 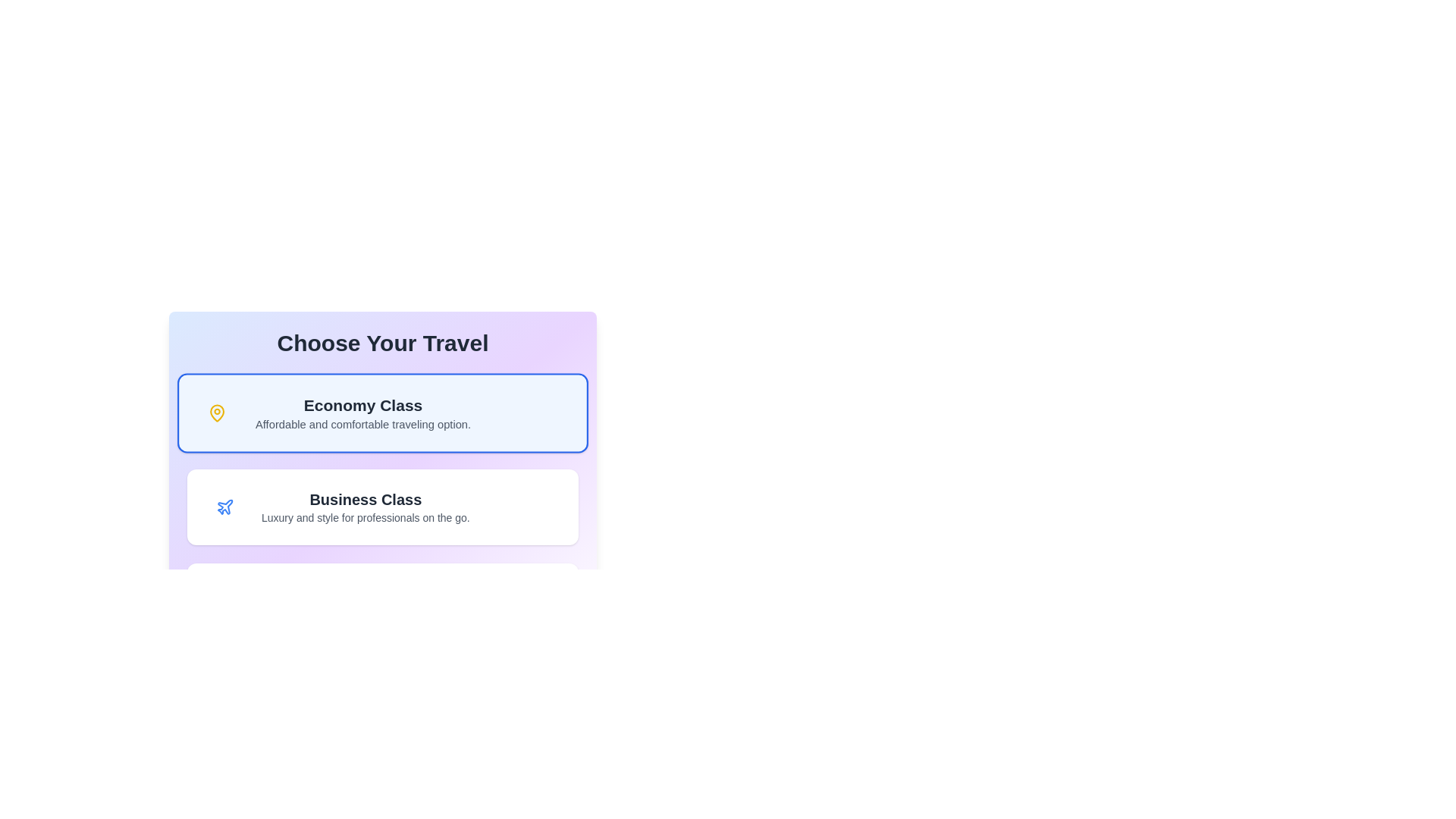 I want to click on the static information display featuring the 'Business Class' title and subtitle, which is positioned below the 'Economy Class' section, so click(x=366, y=507).